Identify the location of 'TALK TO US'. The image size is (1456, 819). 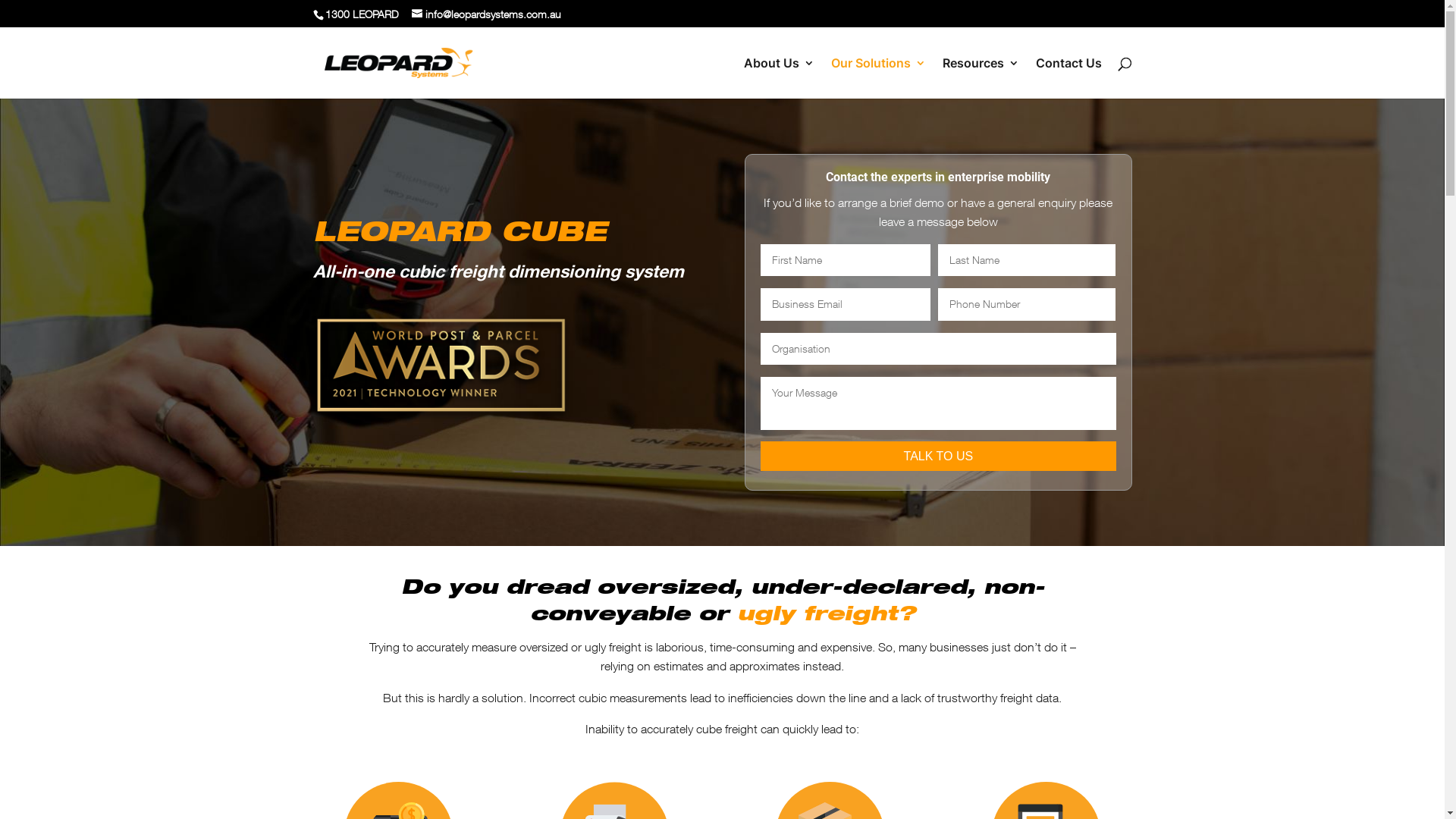
(937, 455).